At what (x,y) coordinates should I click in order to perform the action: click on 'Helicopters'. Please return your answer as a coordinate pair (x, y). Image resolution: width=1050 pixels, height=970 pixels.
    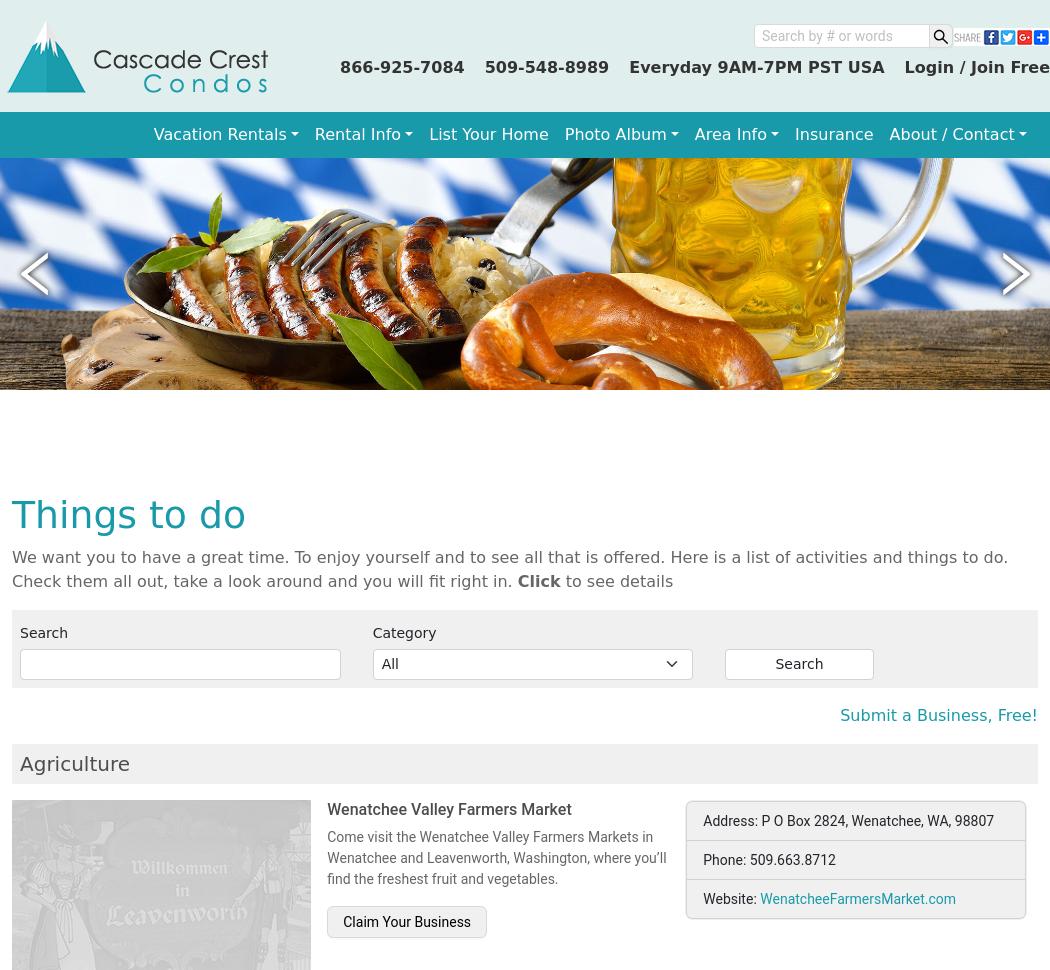
    Looking at the image, I should click on (76, 203).